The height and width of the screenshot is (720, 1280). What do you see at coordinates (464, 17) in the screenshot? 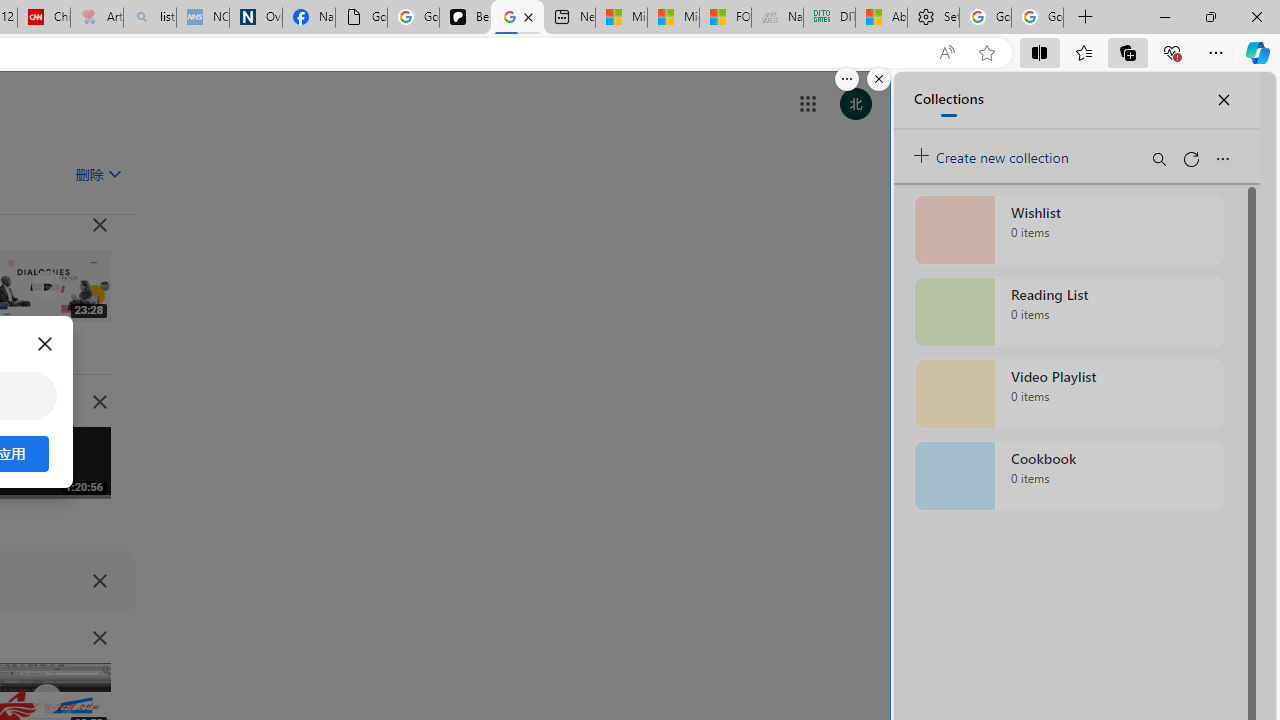
I see `'Be Smart | creating Science videos | Patreon'` at bounding box center [464, 17].